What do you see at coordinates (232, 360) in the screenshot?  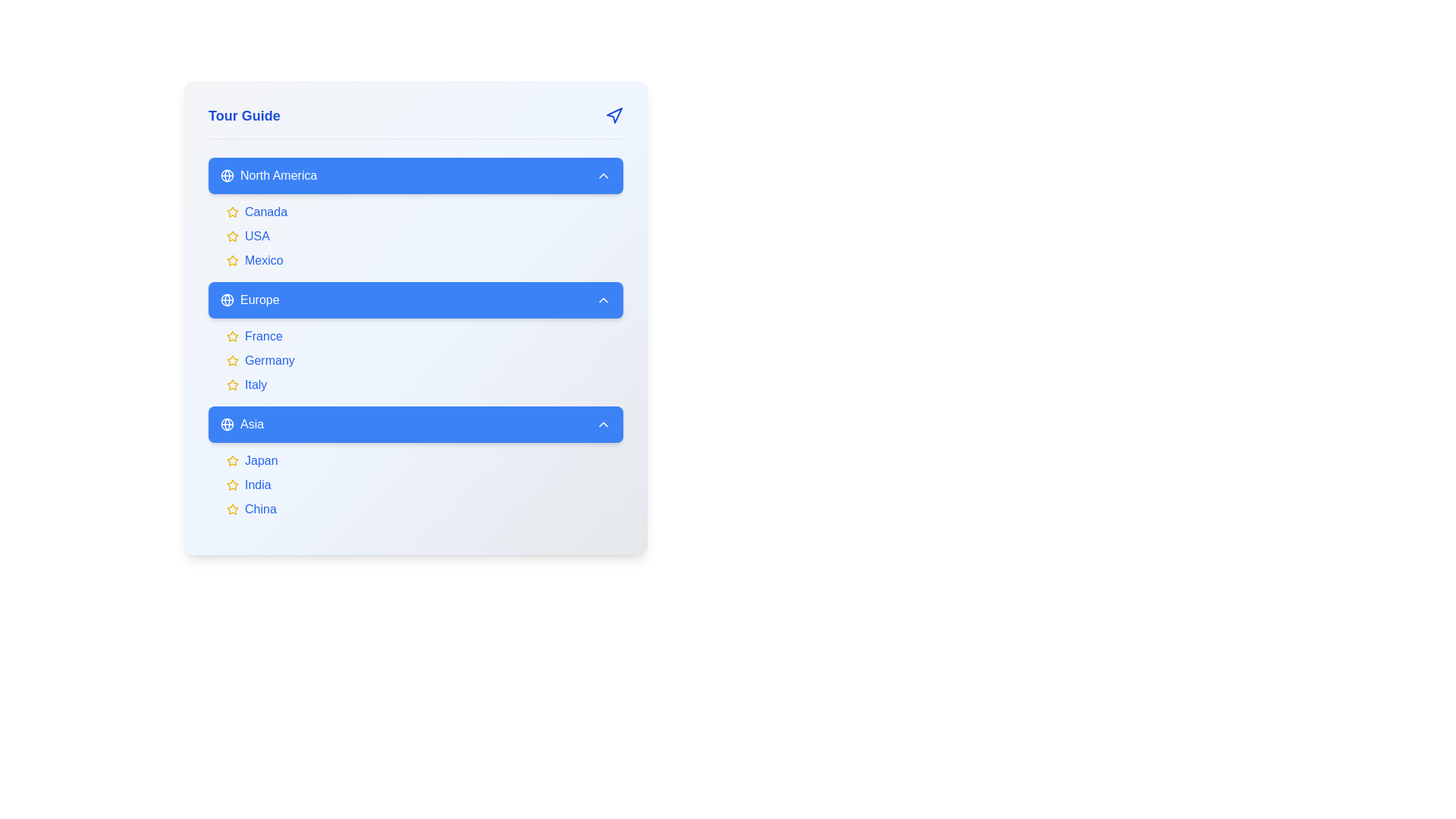 I see `the star icon to favorite or unfavorite the item located to the immediate left of the 'Germany' label under the 'Europe' section` at bounding box center [232, 360].